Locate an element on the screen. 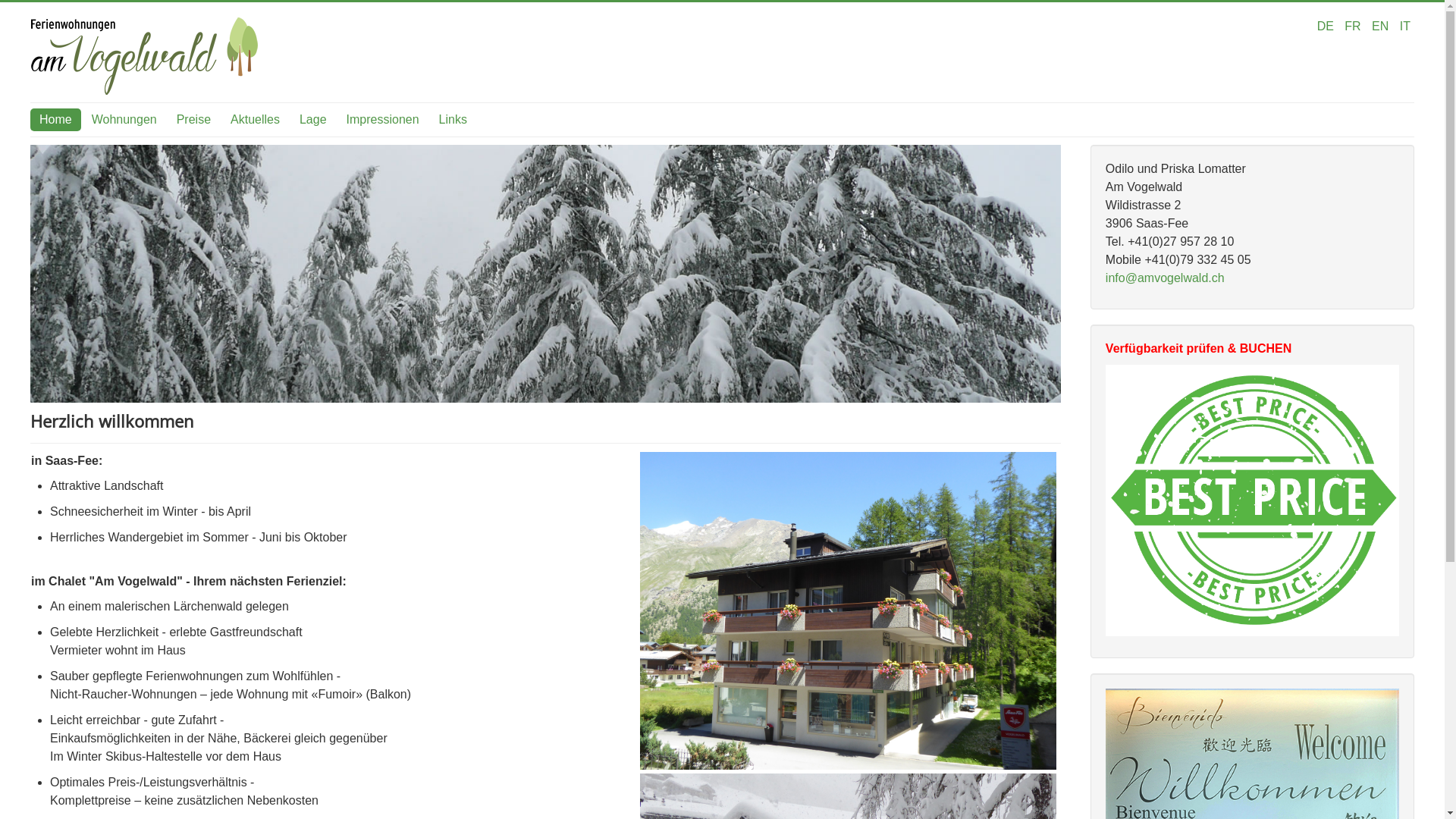 This screenshot has height=819, width=1456. 'Aktuelles' is located at coordinates (255, 119).